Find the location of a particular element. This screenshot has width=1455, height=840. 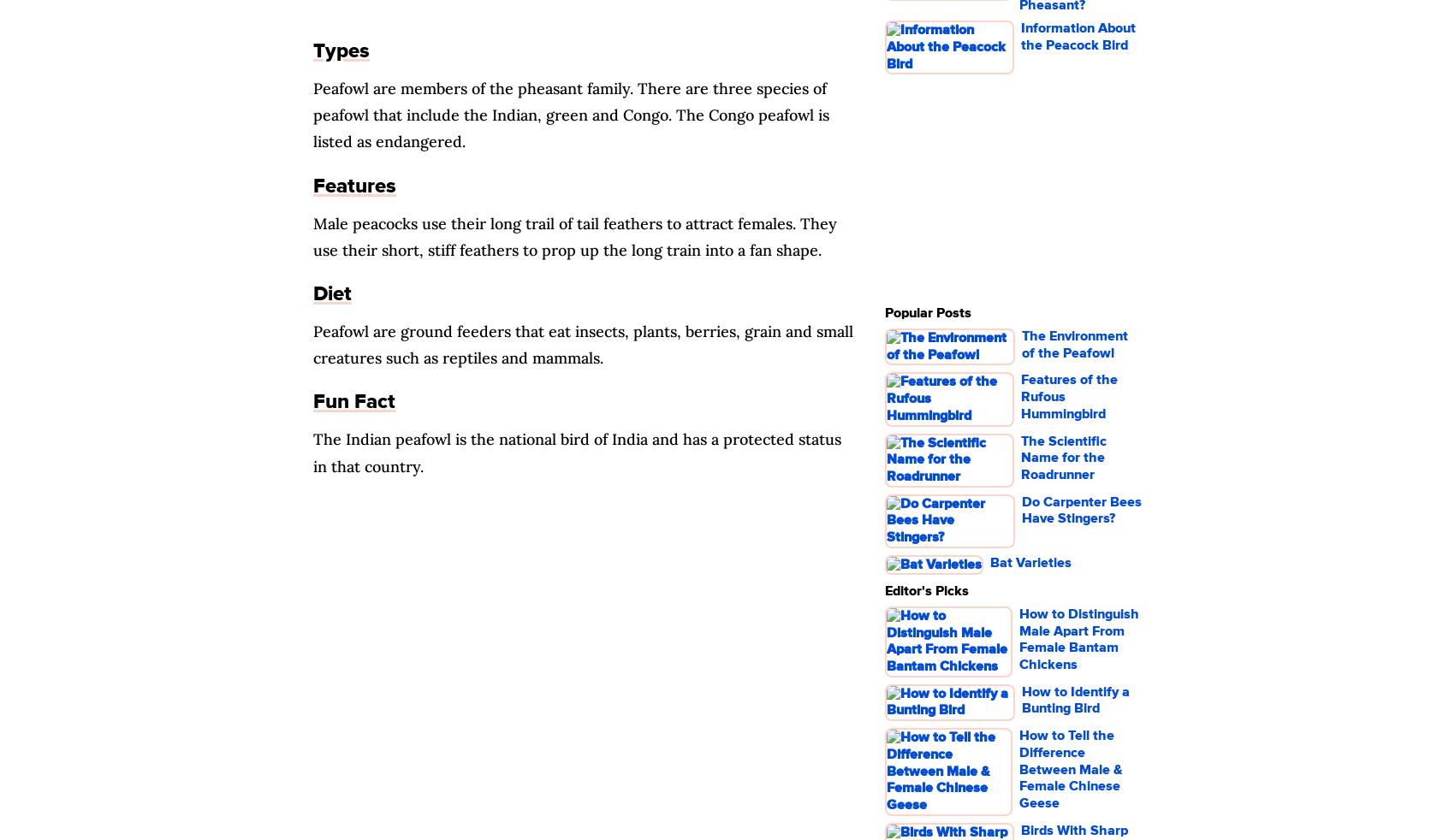

'How to Tell the Difference Between Male & Female Chinese Geese' is located at coordinates (1018, 769).